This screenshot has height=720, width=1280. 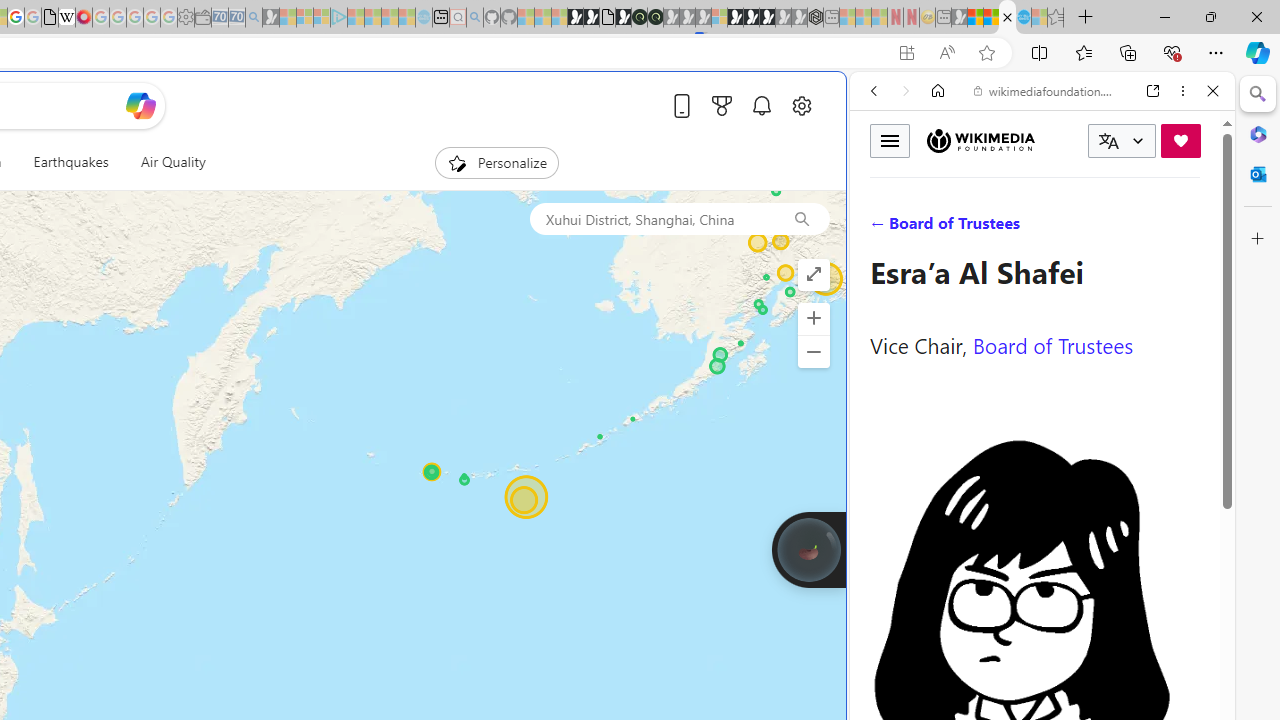 I want to click on 'Preferences', so click(x=1189, y=227).